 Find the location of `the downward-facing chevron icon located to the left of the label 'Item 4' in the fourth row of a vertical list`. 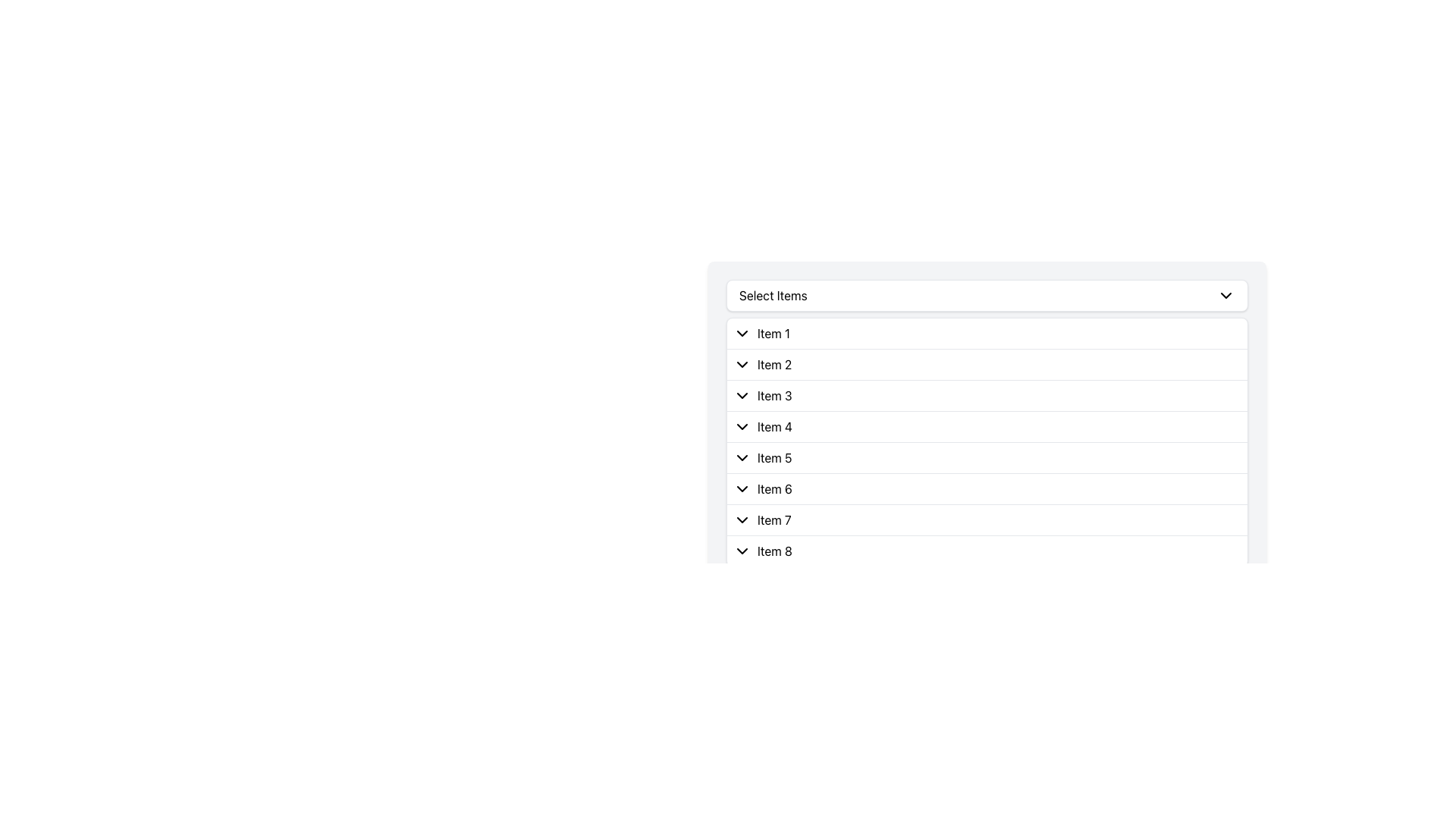

the downward-facing chevron icon located to the left of the label 'Item 4' in the fourth row of a vertical list is located at coordinates (742, 427).